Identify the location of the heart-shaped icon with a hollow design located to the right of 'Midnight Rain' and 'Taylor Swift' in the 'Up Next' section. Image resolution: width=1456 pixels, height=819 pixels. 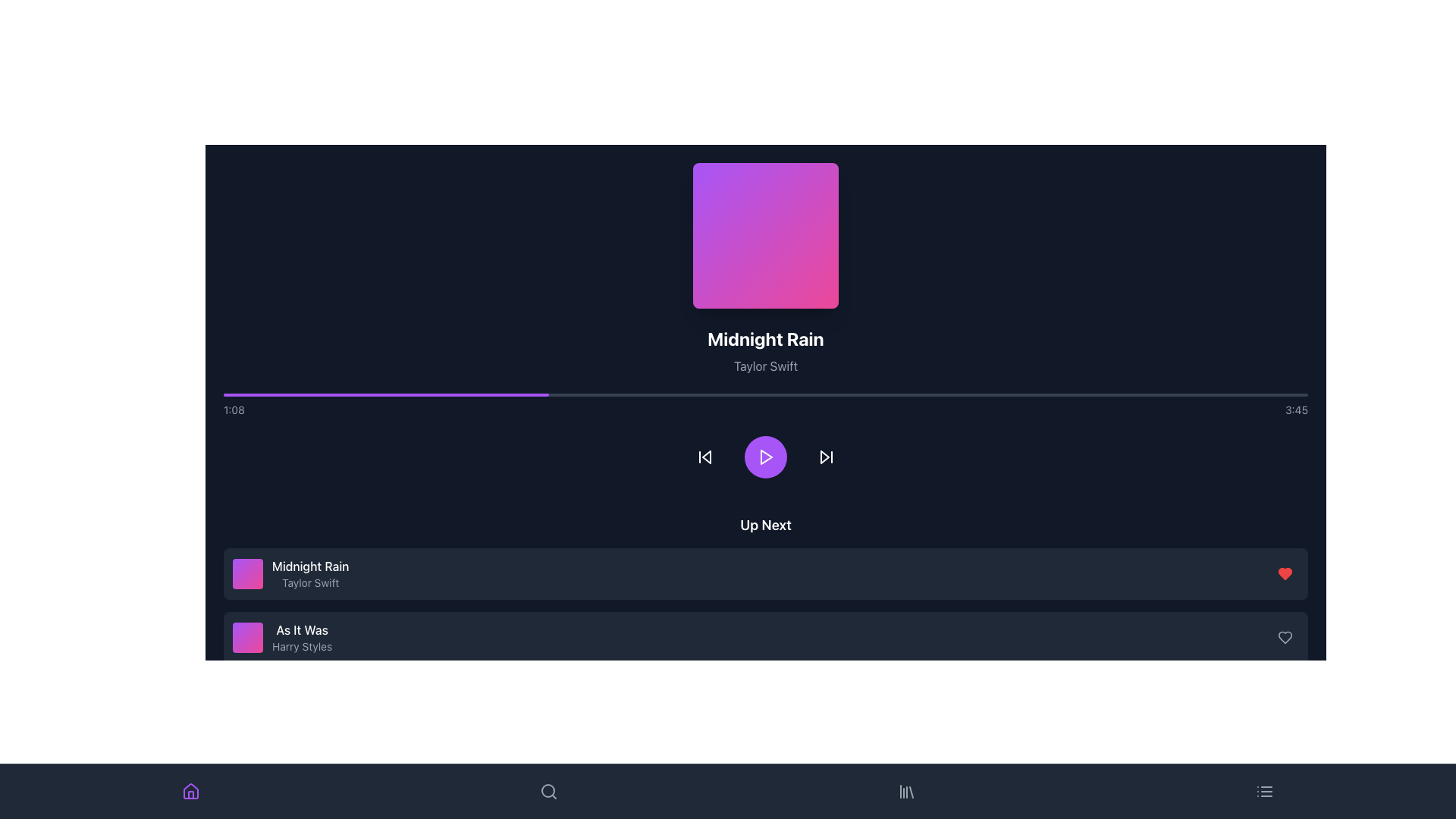
(1284, 637).